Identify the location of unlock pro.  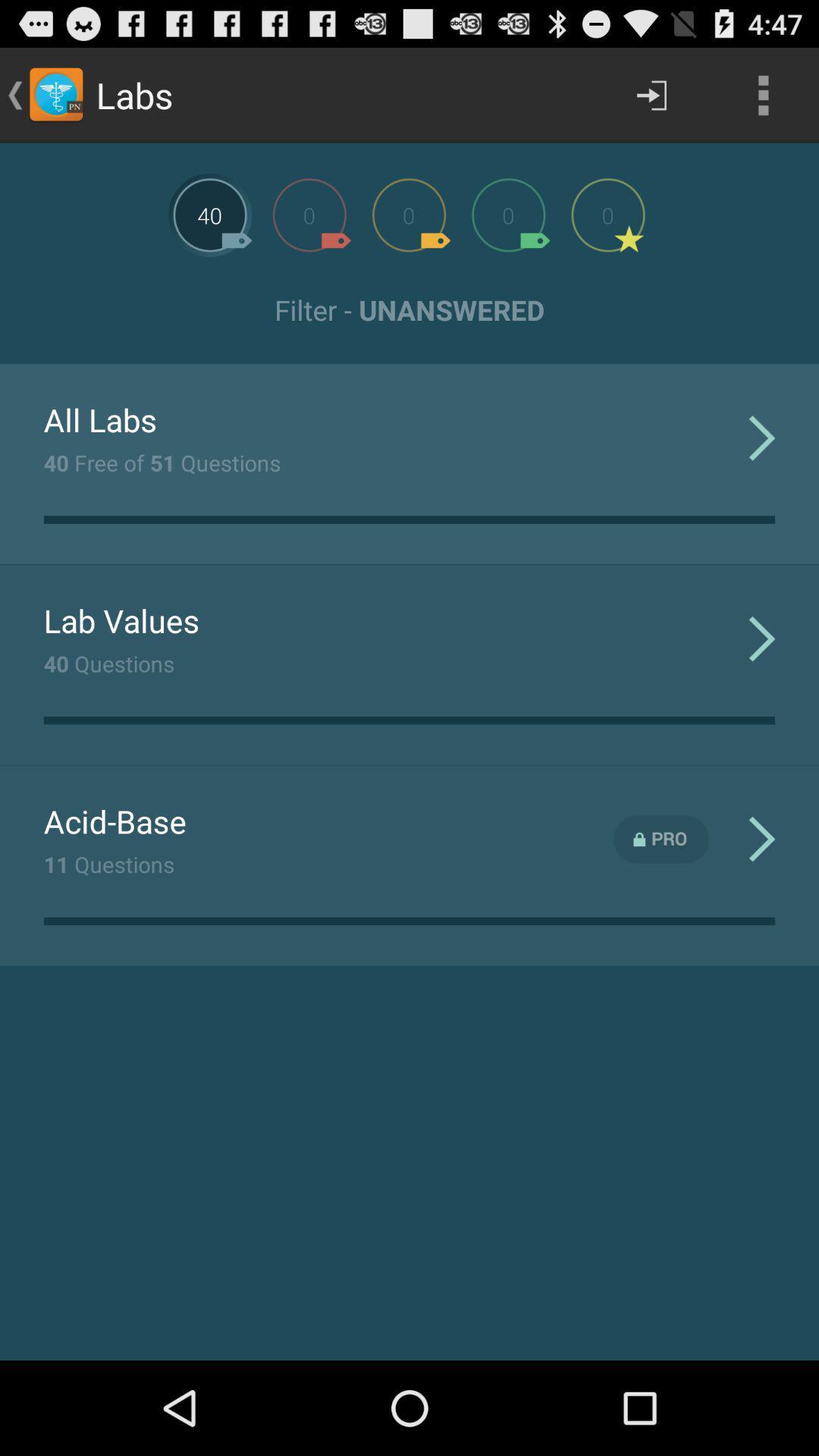
(661, 839).